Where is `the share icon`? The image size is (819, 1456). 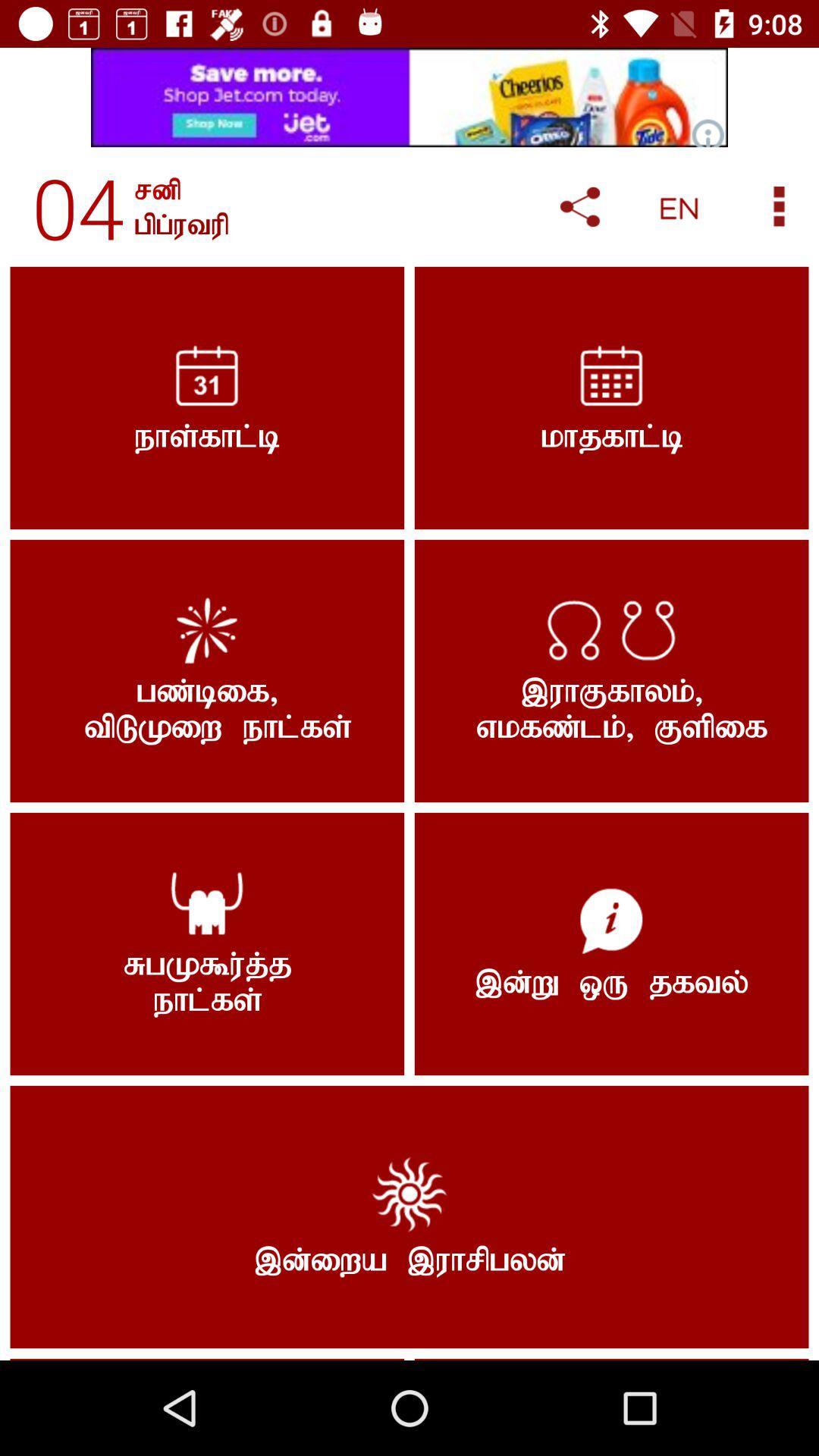 the share icon is located at coordinates (579, 206).